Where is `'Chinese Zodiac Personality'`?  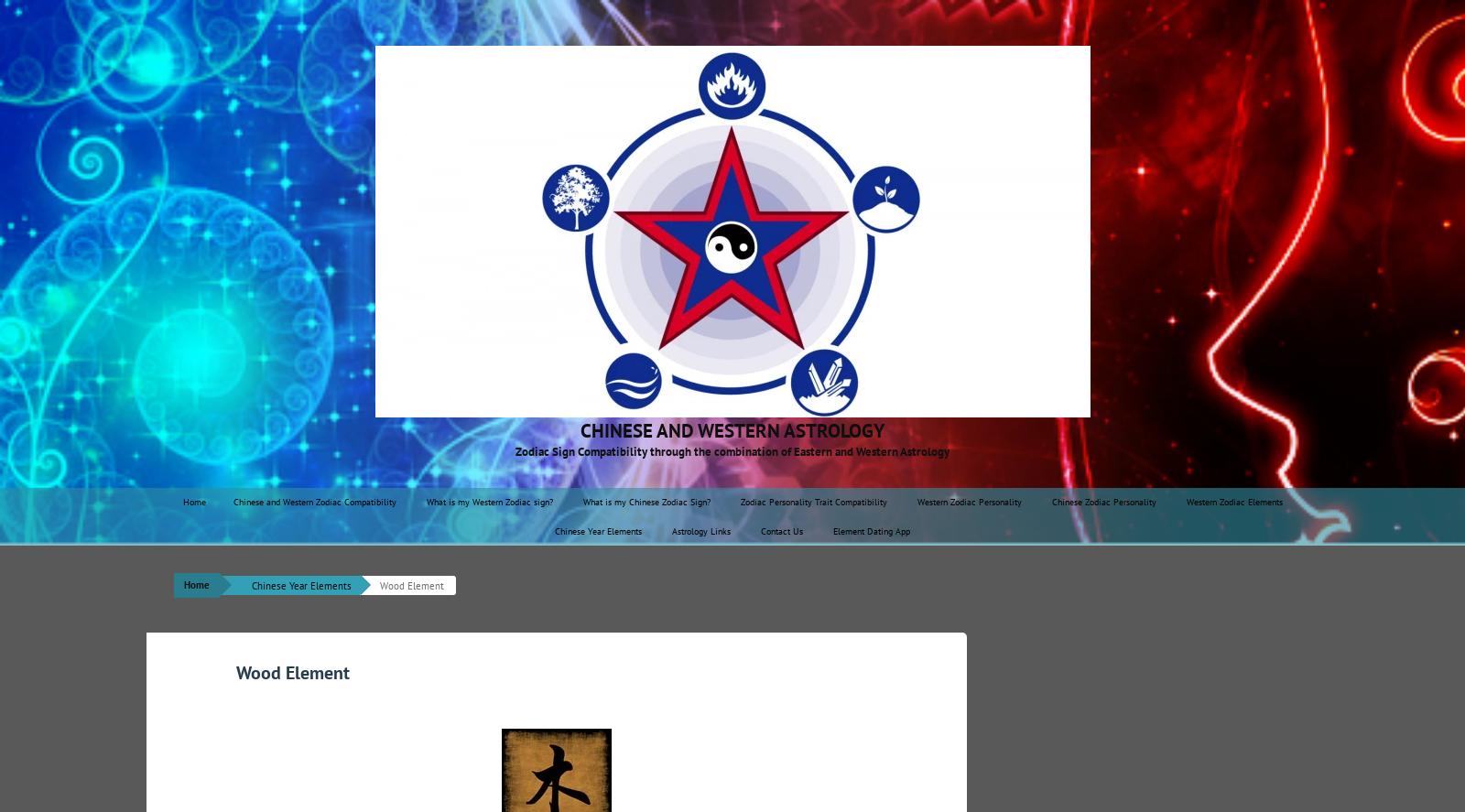
'Chinese Zodiac Personality' is located at coordinates (1101, 501).